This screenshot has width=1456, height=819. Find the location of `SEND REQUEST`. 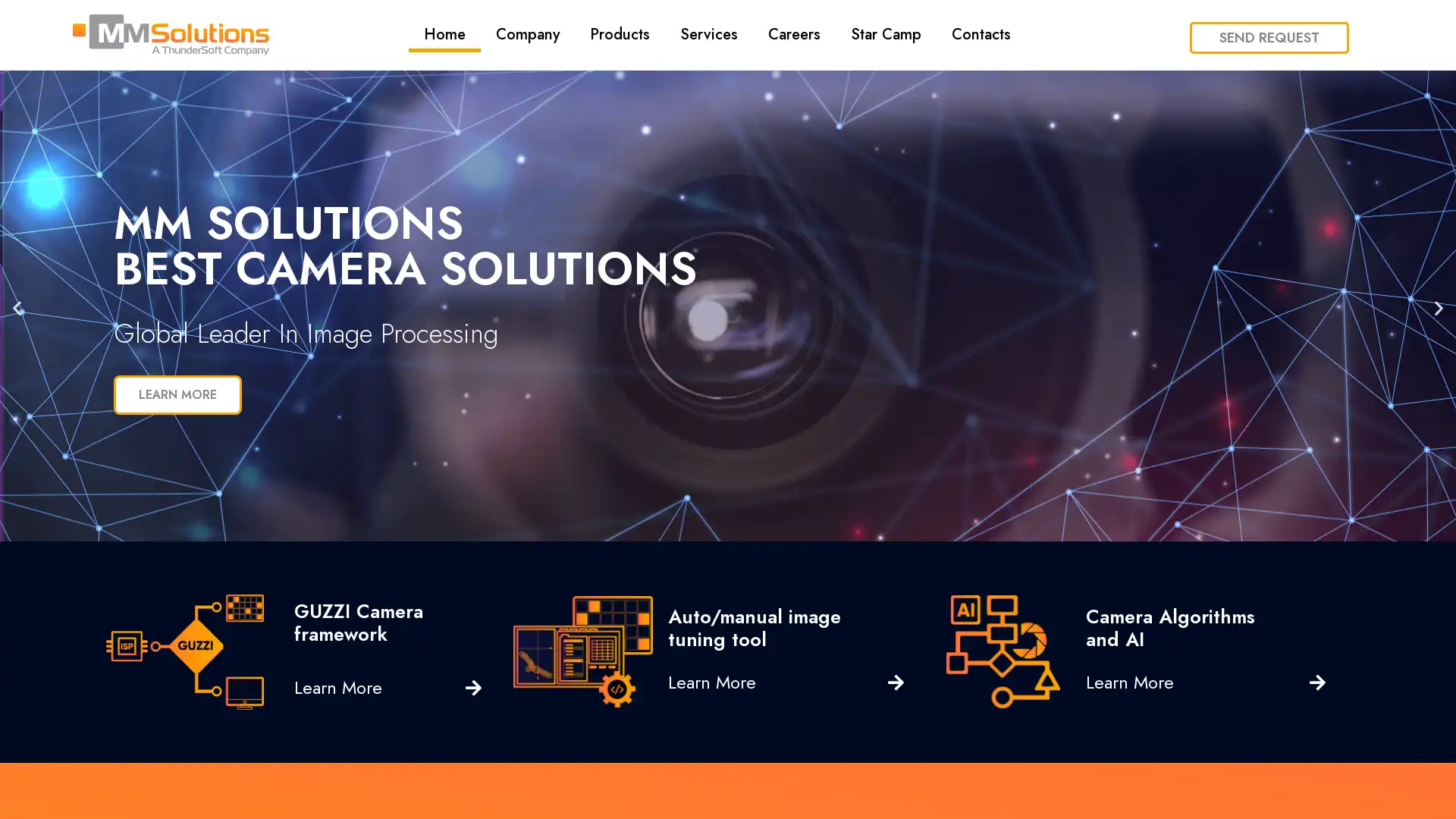

SEND REQUEST is located at coordinates (1269, 36).